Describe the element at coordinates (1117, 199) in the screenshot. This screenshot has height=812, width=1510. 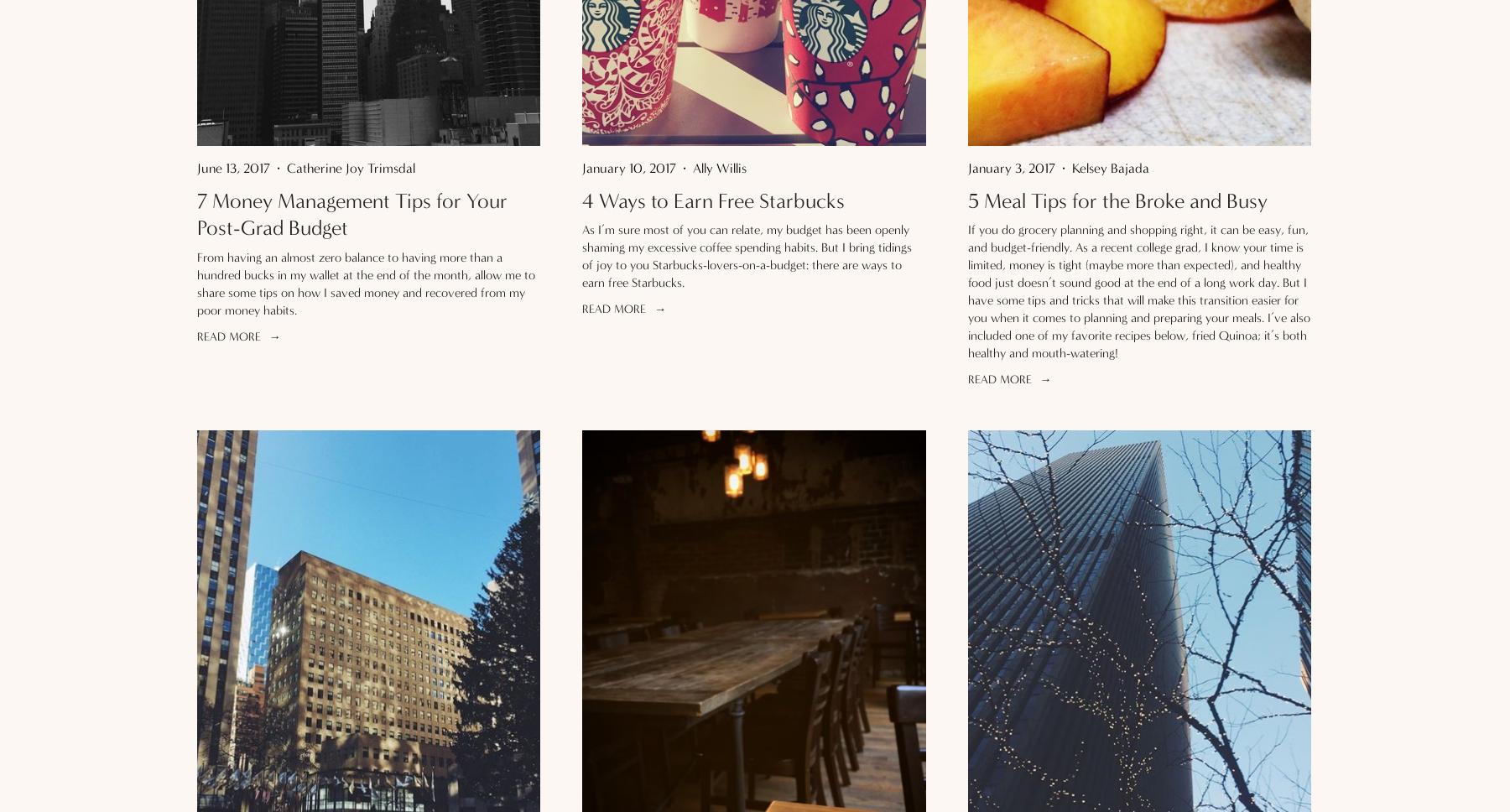
I see `'5 Meal Tips for the Broke and Busy'` at that location.